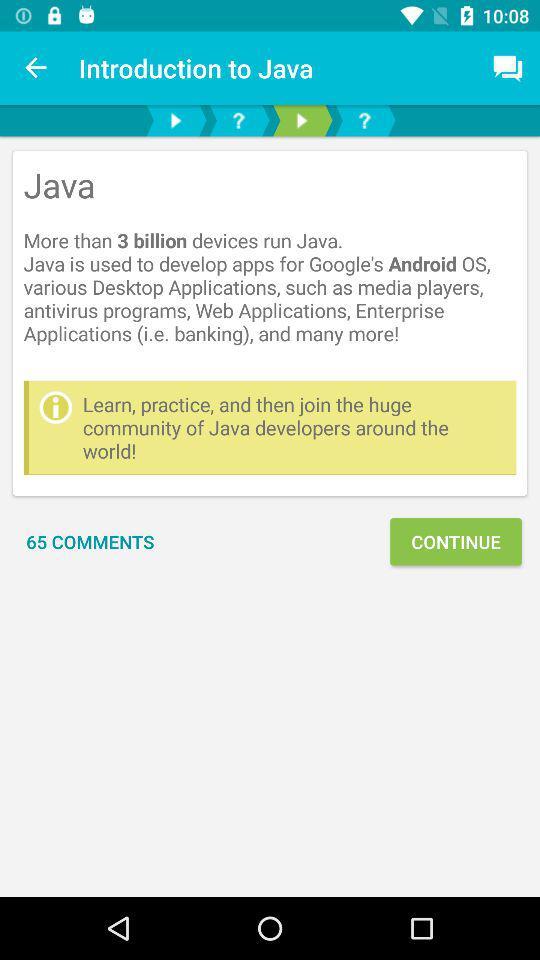 The height and width of the screenshot is (960, 540). What do you see at coordinates (508, 68) in the screenshot?
I see `icon above the java  more icon` at bounding box center [508, 68].